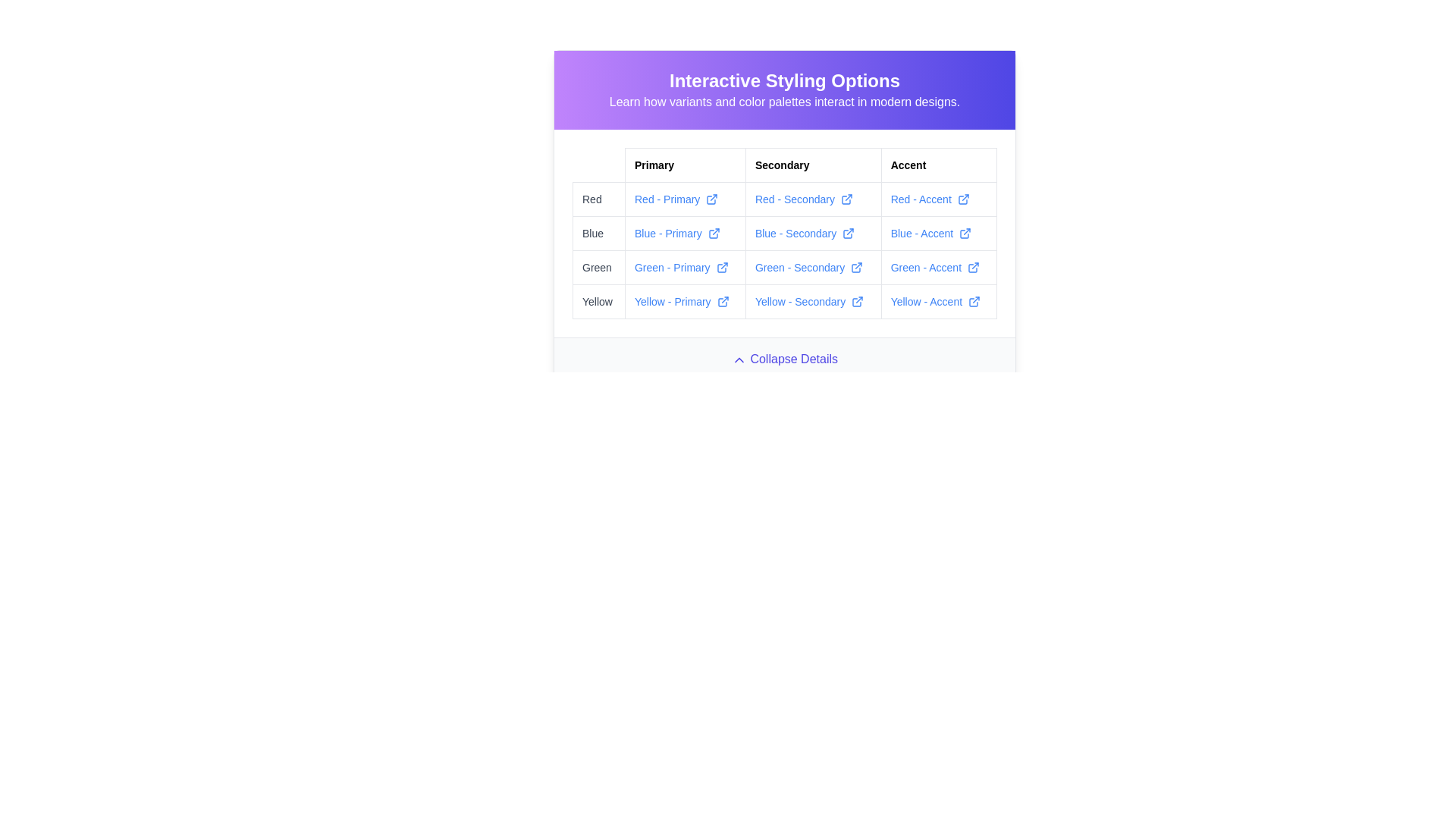 This screenshot has width=1456, height=819. Describe the element at coordinates (681, 301) in the screenshot. I see `the hyperlink labeled 'Yellow - Primary' to underline it, which is located in the fourth row of the table under the first column` at that location.